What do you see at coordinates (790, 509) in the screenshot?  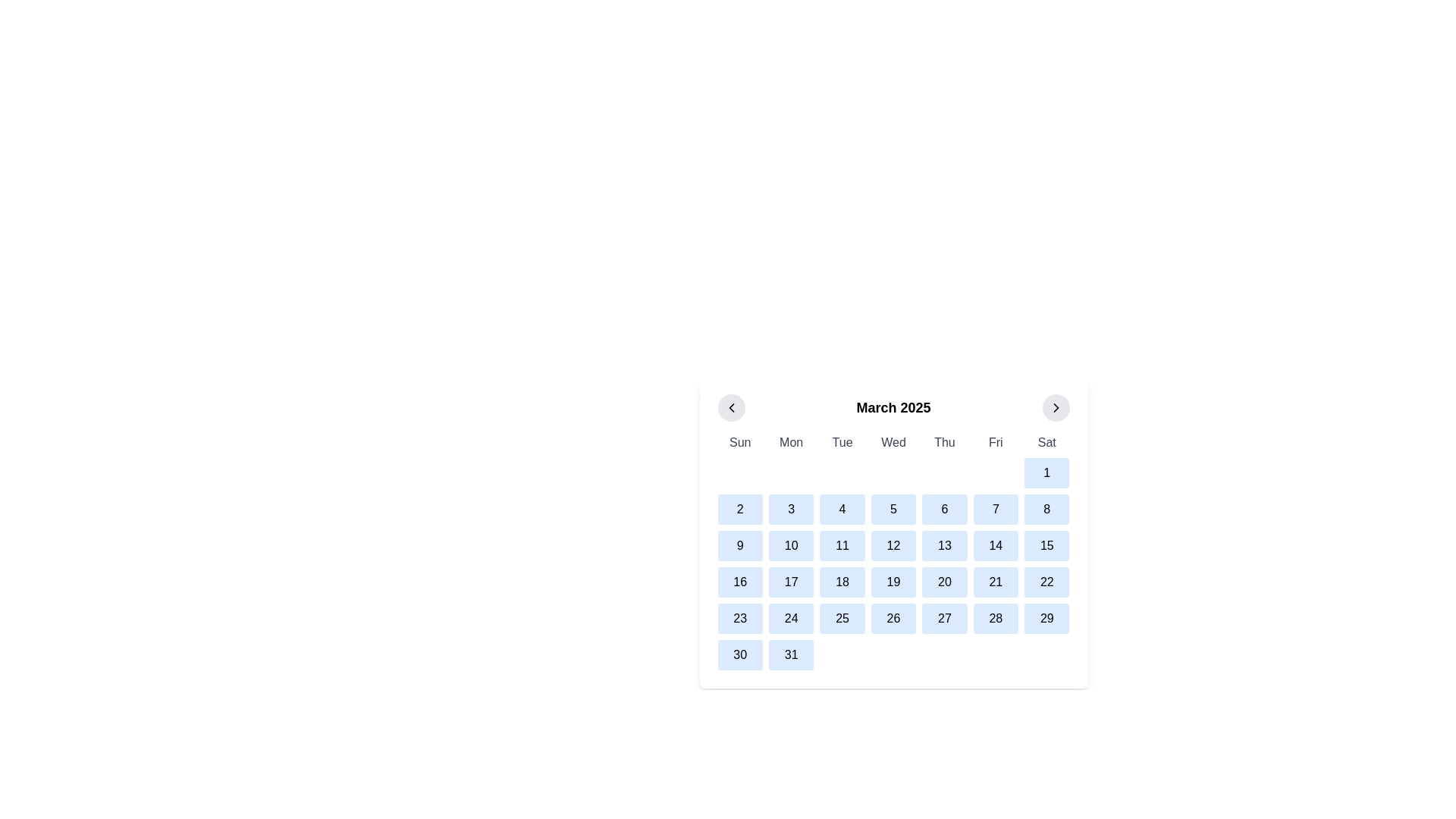 I see `the button representing the date '3' on the calendar` at bounding box center [790, 509].